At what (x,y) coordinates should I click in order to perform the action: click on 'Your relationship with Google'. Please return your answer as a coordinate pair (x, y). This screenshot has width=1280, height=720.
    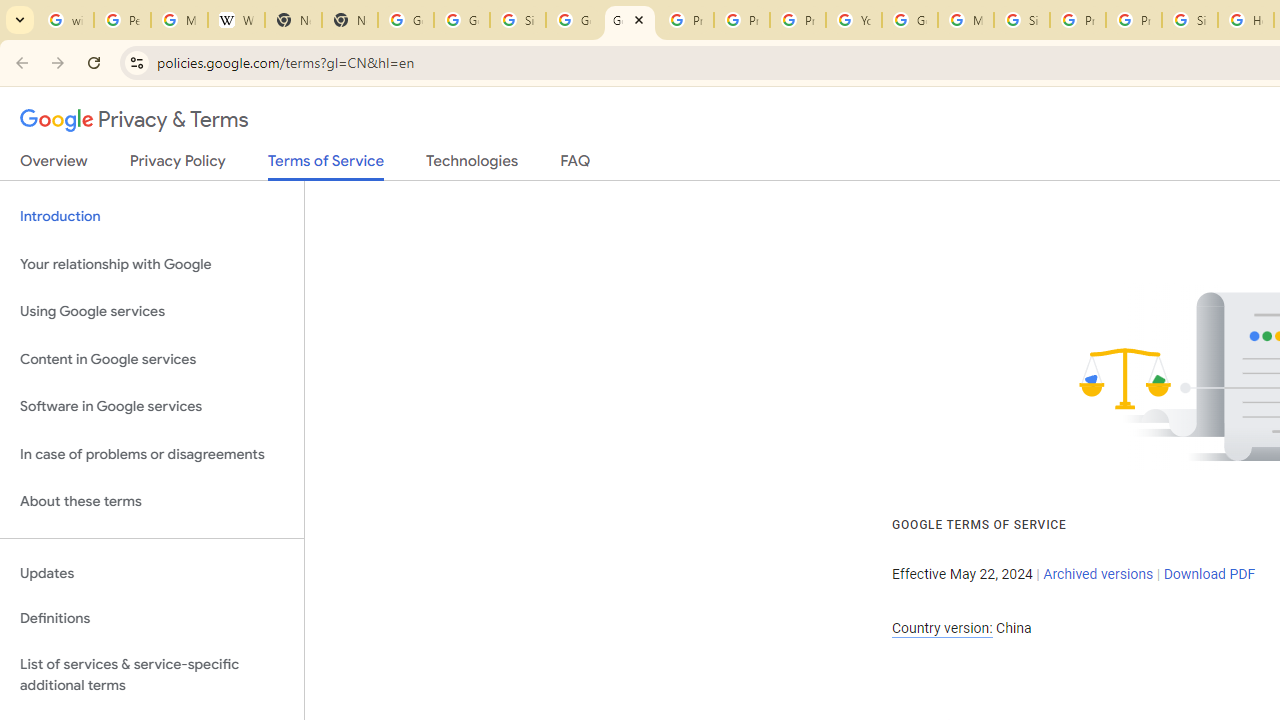
    Looking at the image, I should click on (151, 263).